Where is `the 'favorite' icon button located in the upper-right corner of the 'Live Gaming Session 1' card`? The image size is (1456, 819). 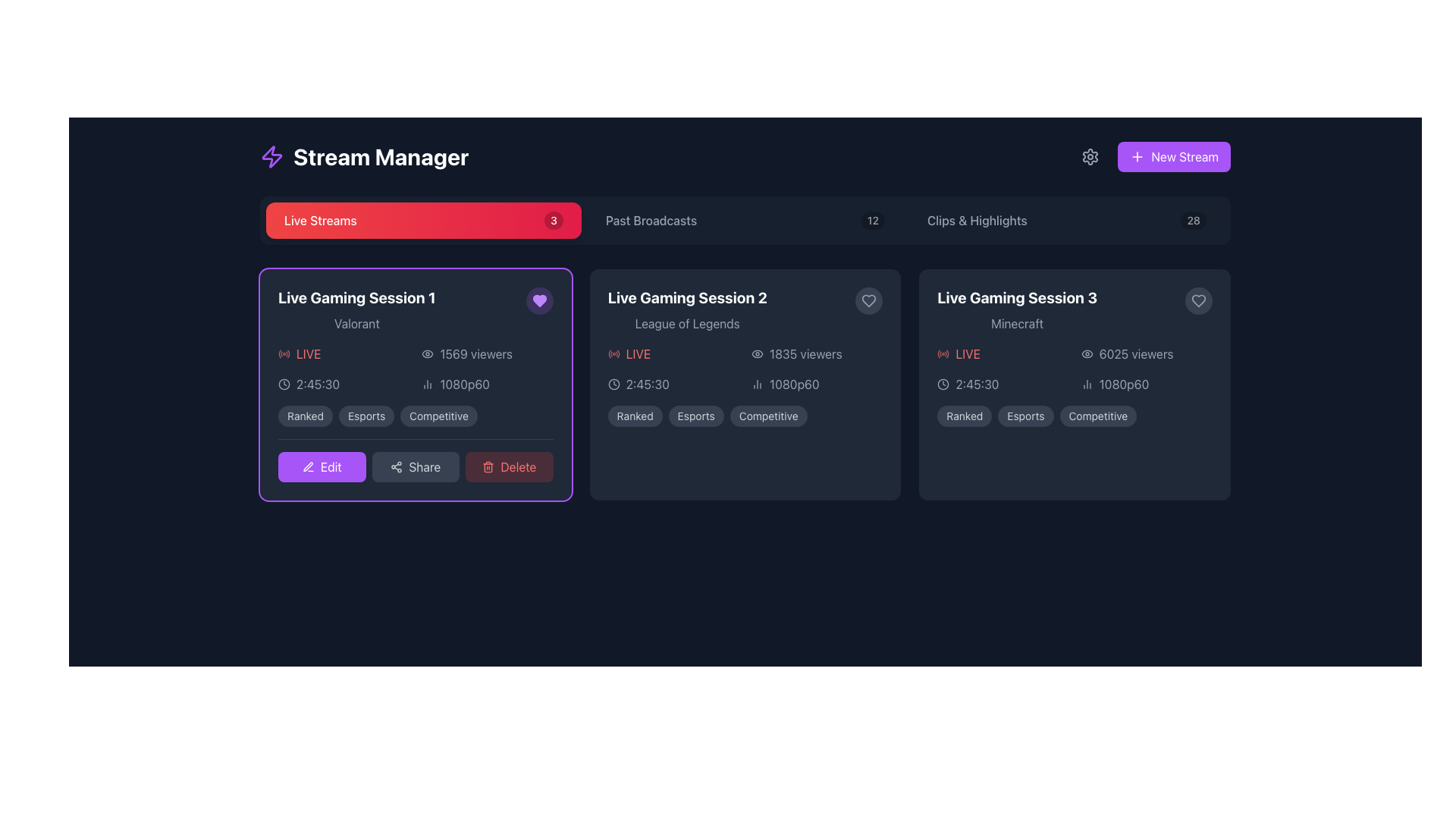
the 'favorite' icon button located in the upper-right corner of the 'Live Gaming Session 1' card is located at coordinates (539, 301).